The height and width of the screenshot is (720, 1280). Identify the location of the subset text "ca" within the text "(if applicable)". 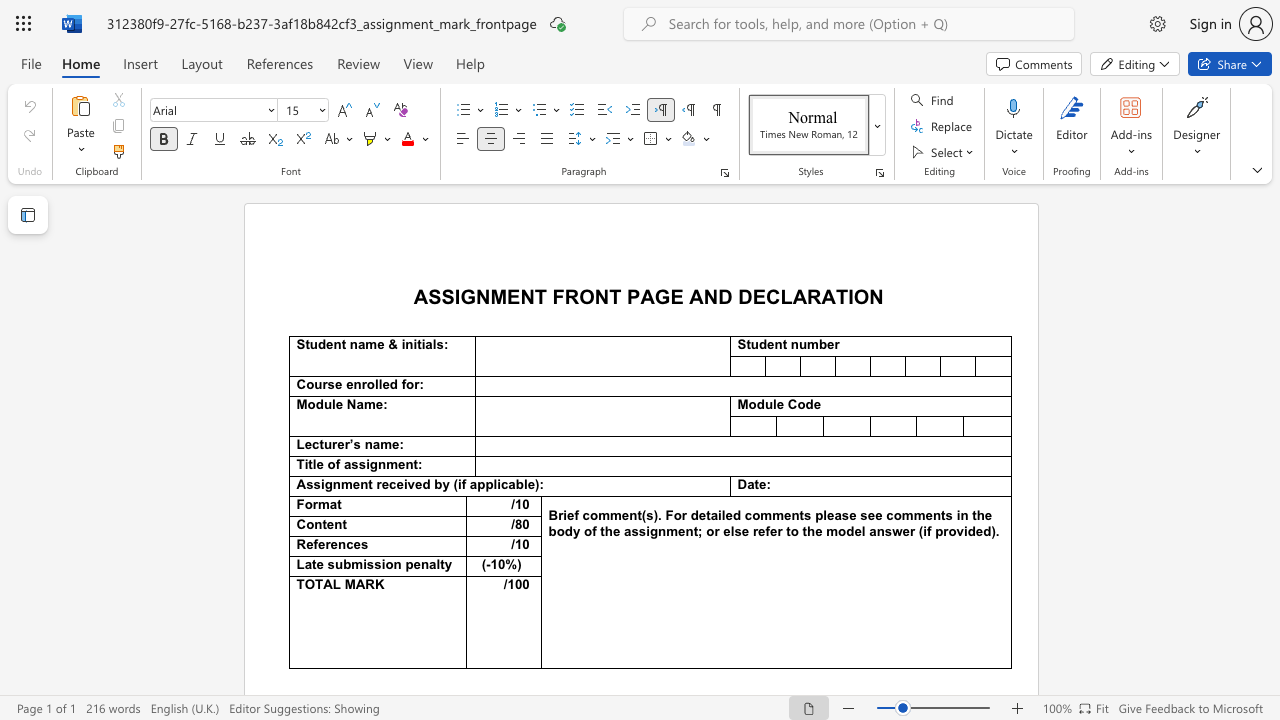
(500, 484).